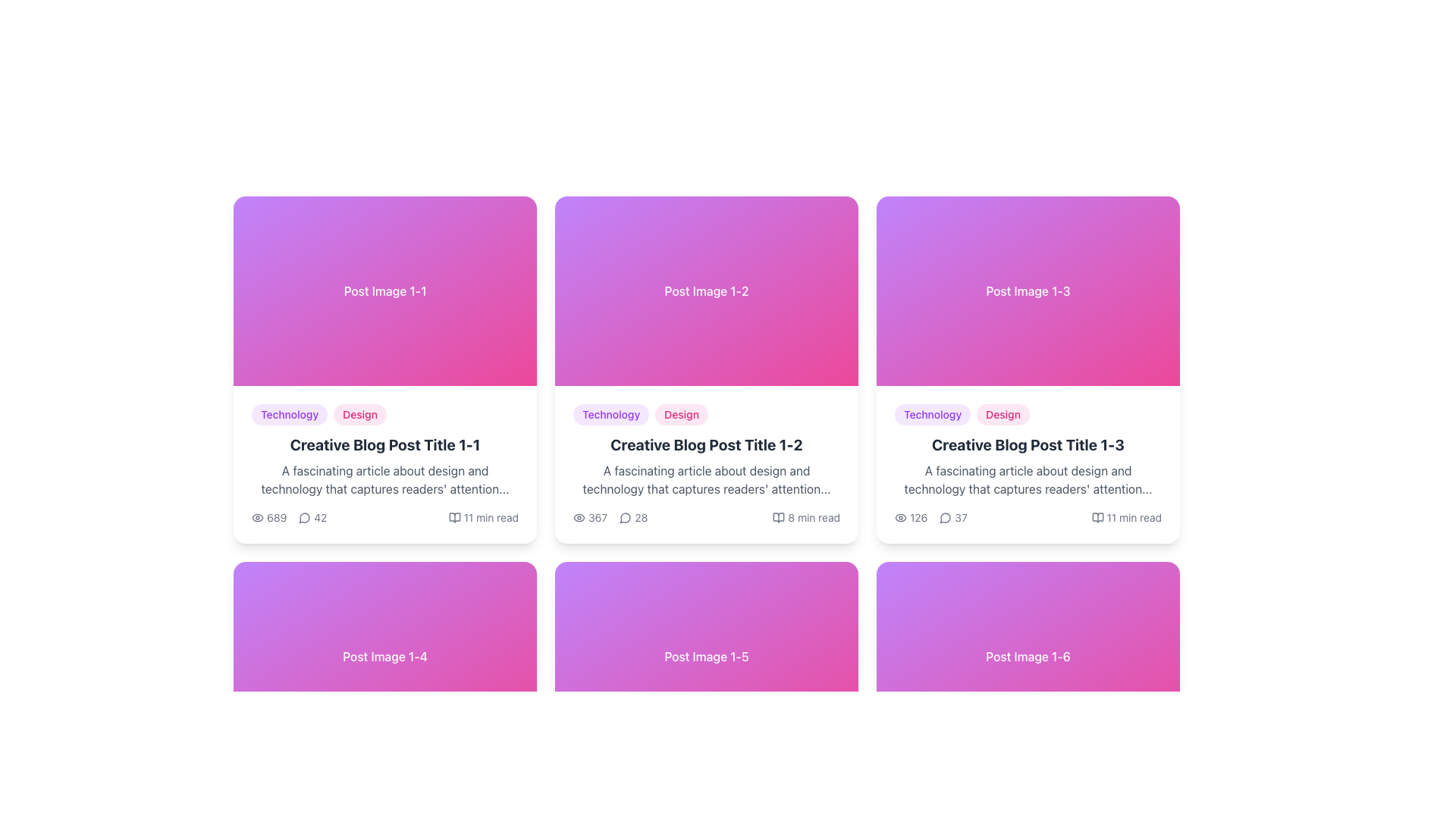  What do you see at coordinates (304, 517) in the screenshot?
I see `the SVG icon that represents user comments or discussions located in the first post card under 'Creative Blog Post Title 1-1', to the left of the metadata line` at bounding box center [304, 517].